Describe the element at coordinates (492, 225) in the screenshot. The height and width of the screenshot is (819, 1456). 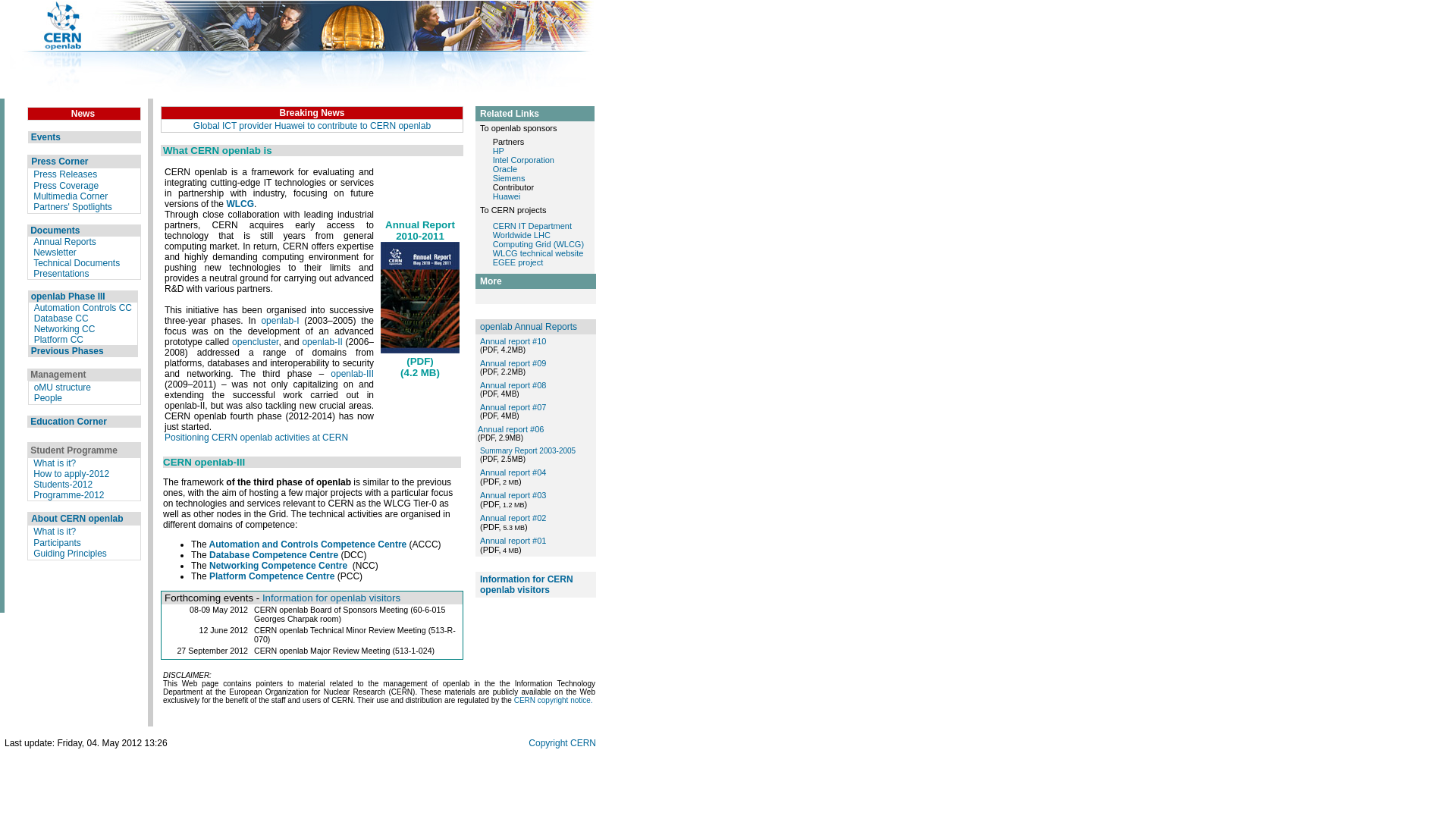
I see `'CERN IT Department'` at that location.